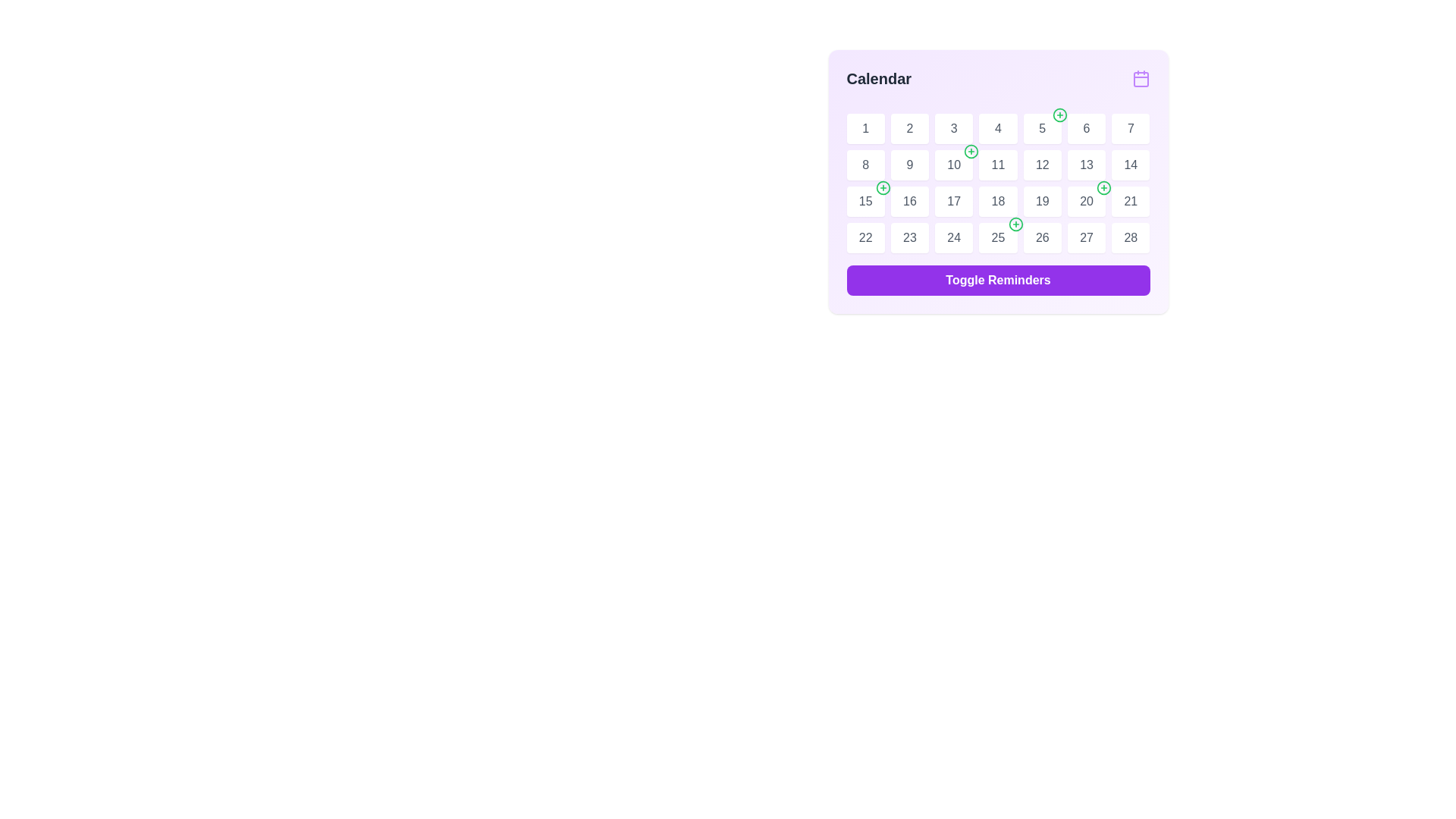 The height and width of the screenshot is (819, 1456). I want to click on the interactive icon with a plus sign located at the top-right corner of the calendar cell for the date '5', so click(1059, 114).